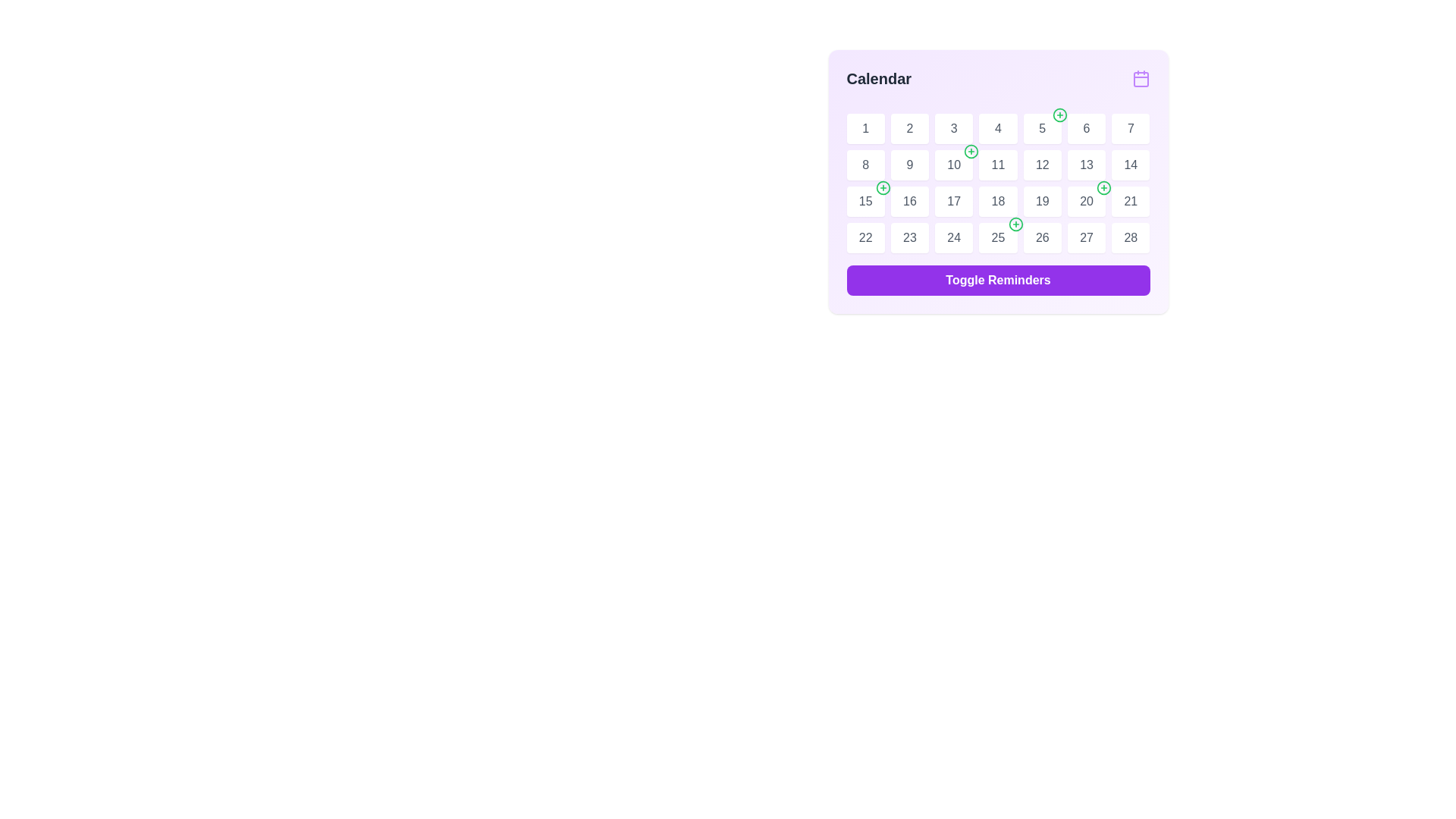 The height and width of the screenshot is (819, 1456). I want to click on the interactive icon with a plus sign located at the top-right corner of the calendar cell for the date '5', so click(1059, 114).